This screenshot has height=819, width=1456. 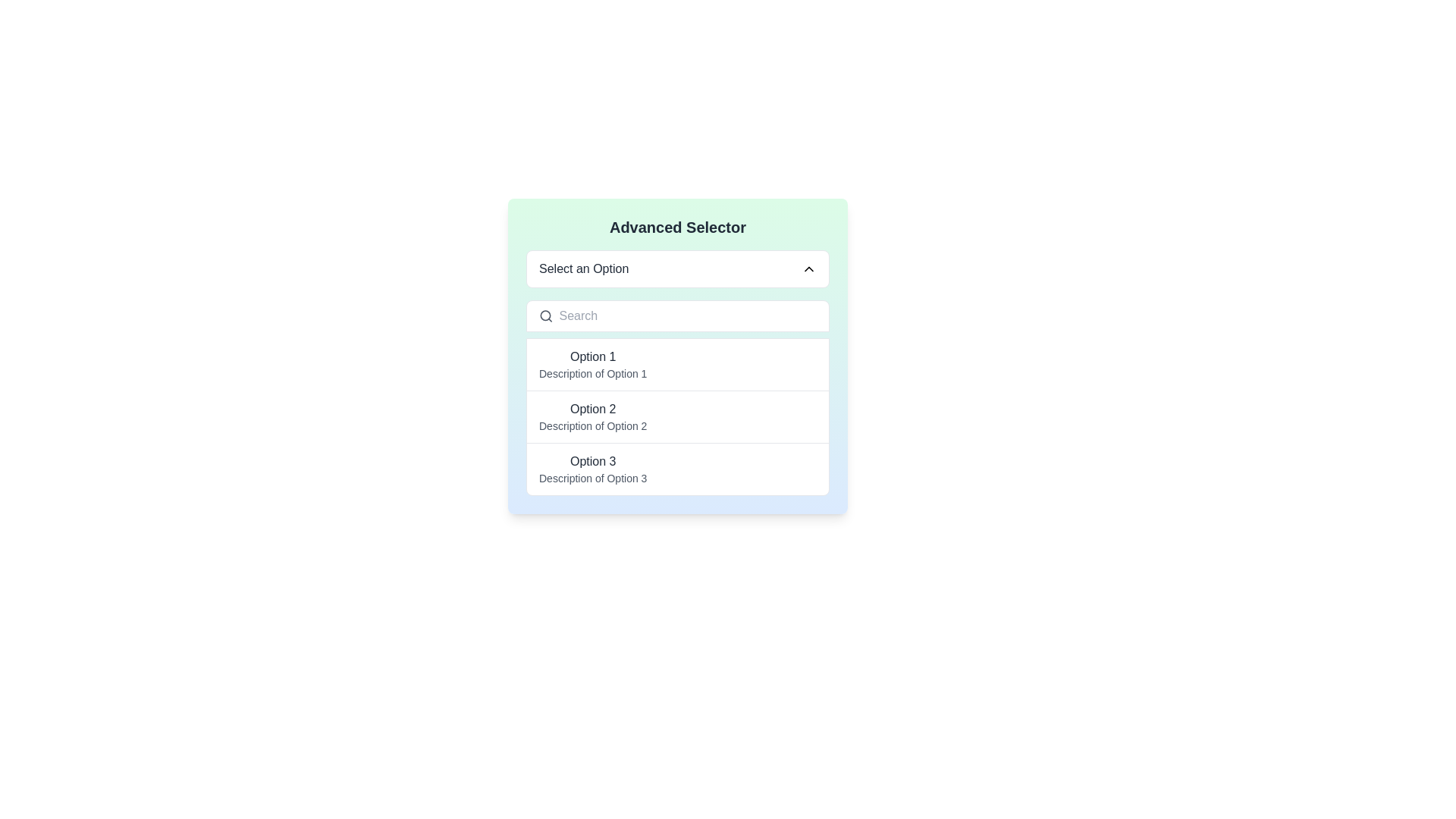 I want to click on the first selectable option 'Option 1' in the dropdown list under the heading 'Advanced Selector', so click(x=592, y=365).